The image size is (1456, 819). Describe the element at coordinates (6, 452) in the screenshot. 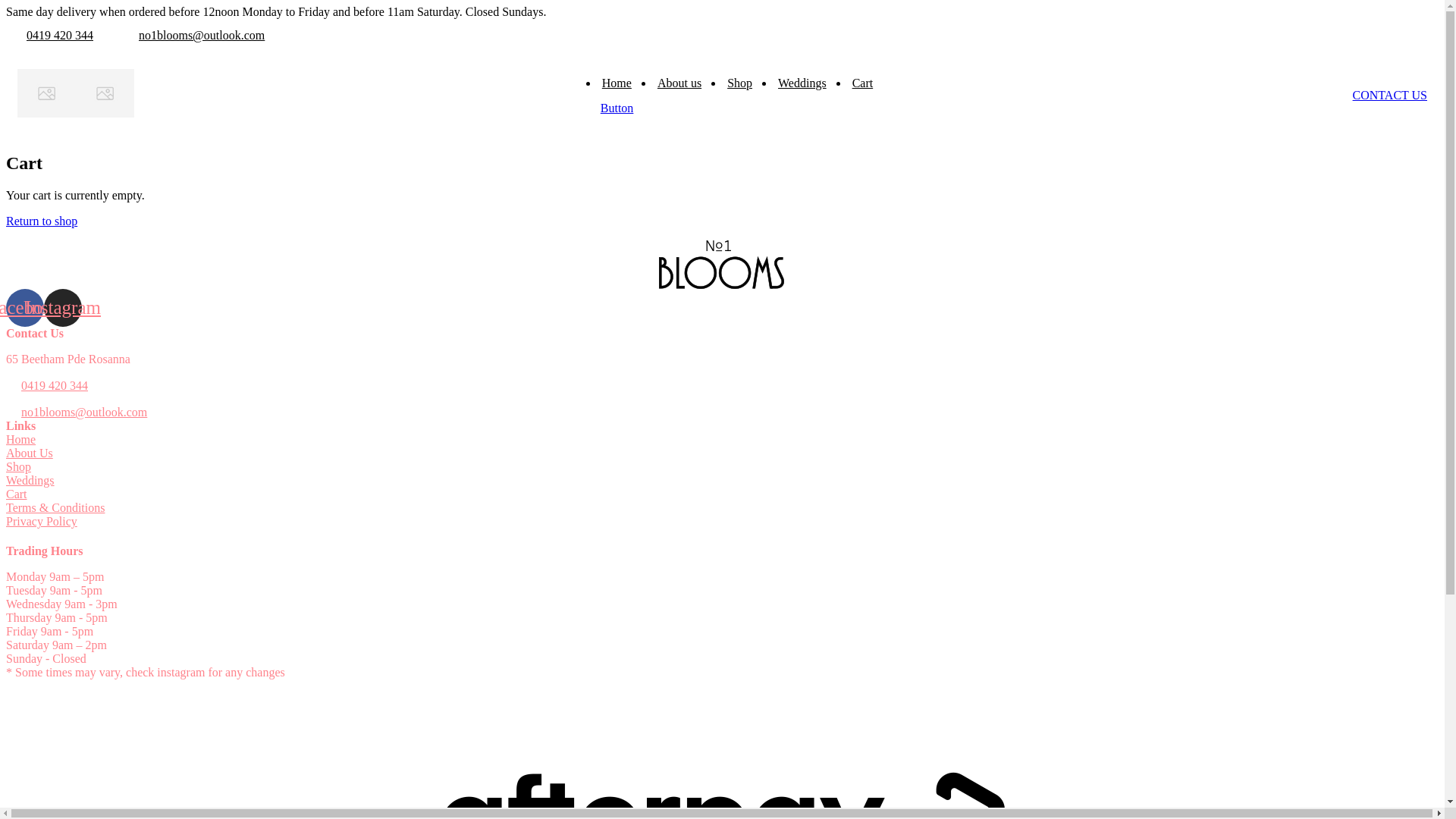

I see `'About Us'` at that location.